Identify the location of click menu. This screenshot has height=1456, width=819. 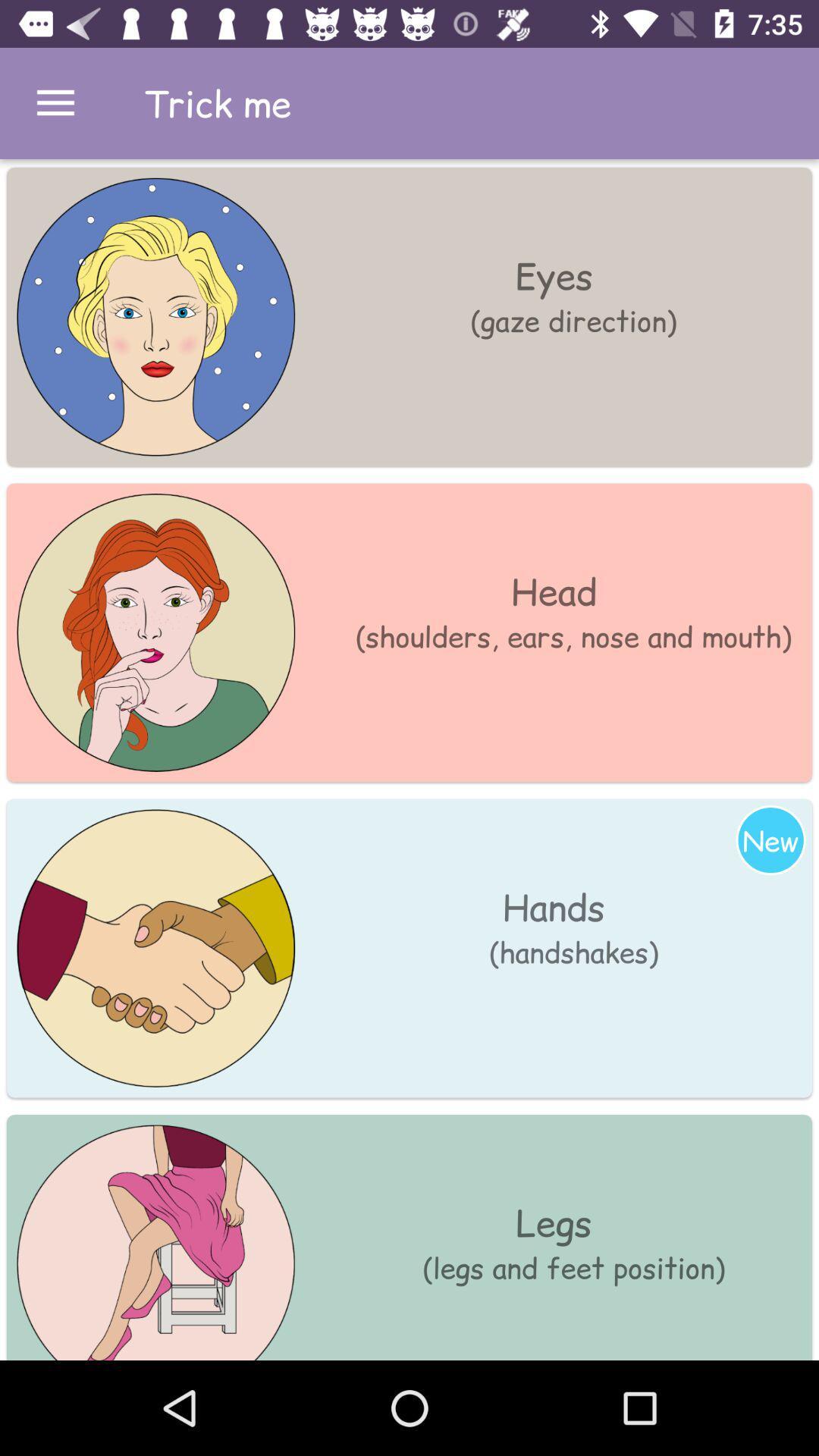
(55, 102).